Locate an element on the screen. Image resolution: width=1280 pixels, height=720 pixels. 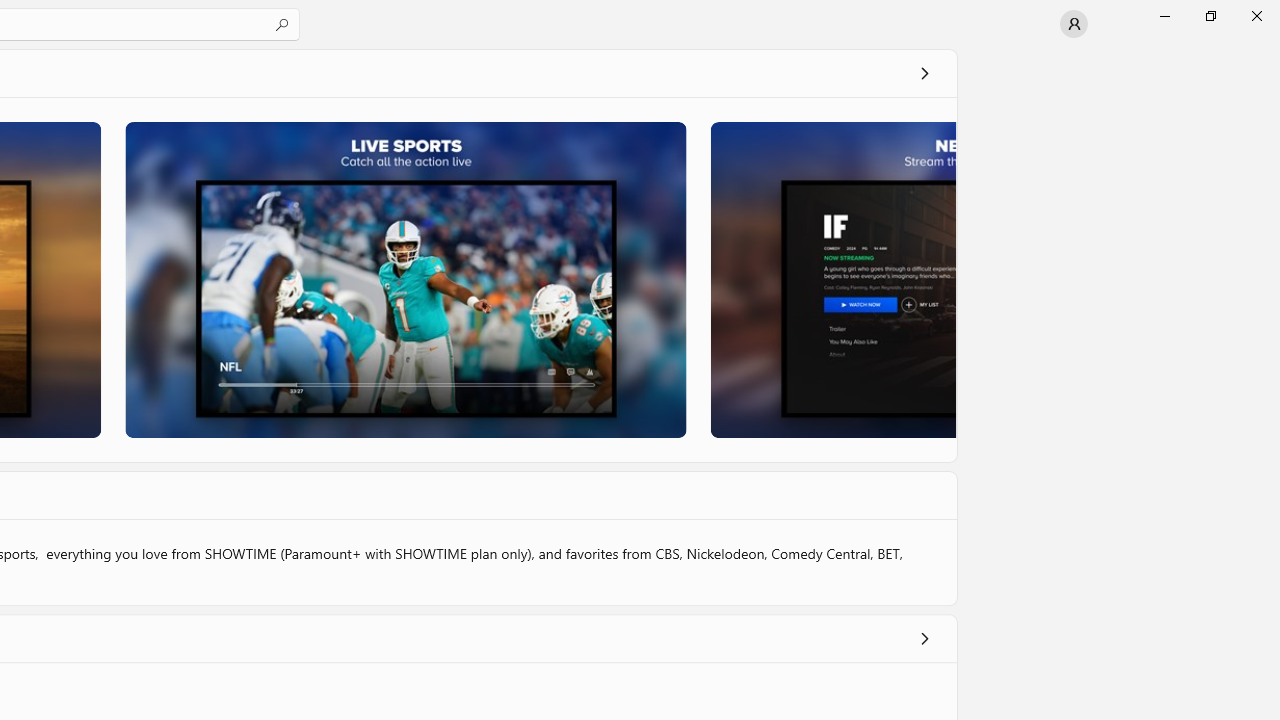
'See all' is located at coordinates (923, 72).